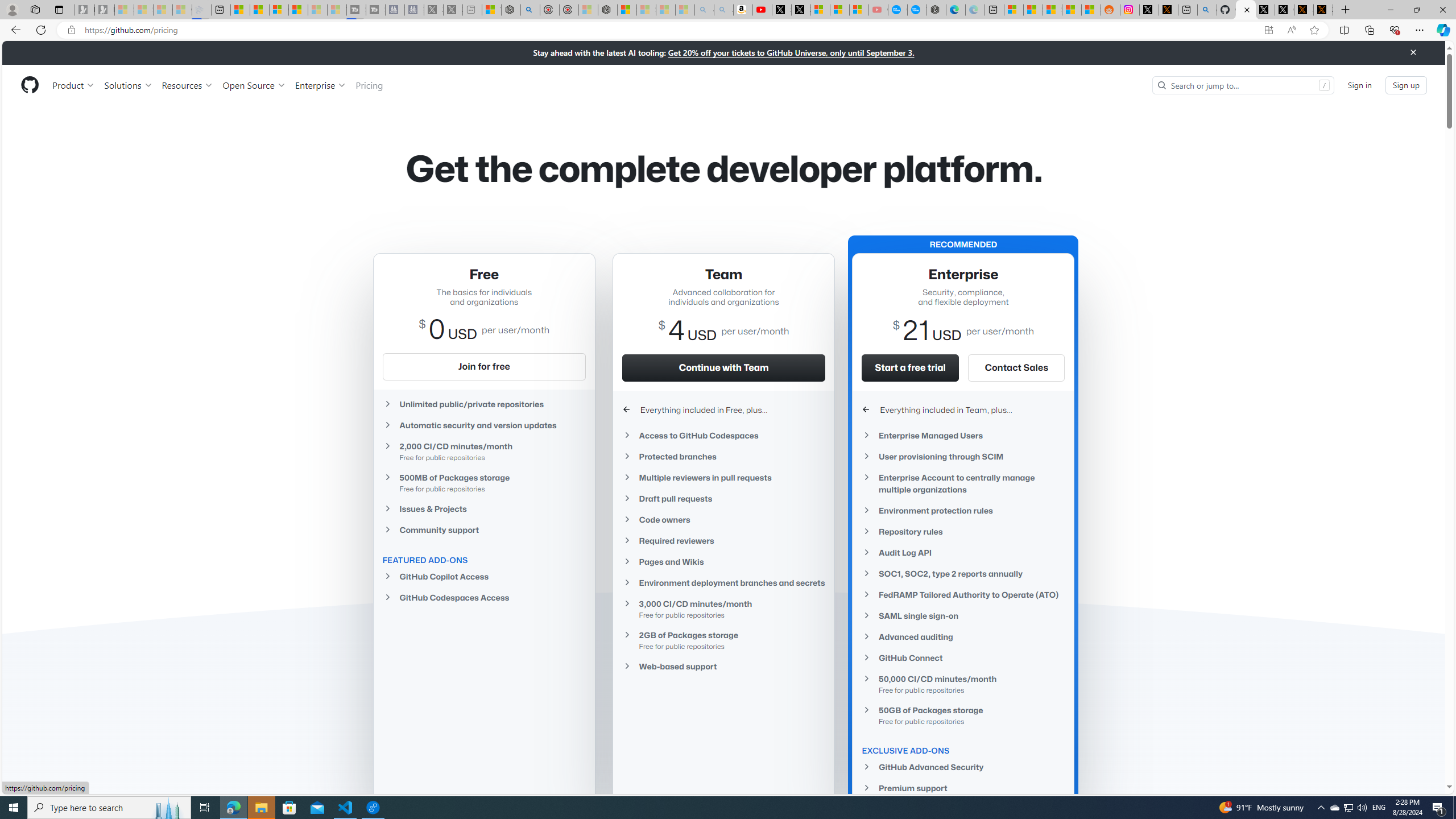  What do you see at coordinates (963, 573) in the screenshot?
I see `'SOC1, SOC2, type 2 reports annually'` at bounding box center [963, 573].